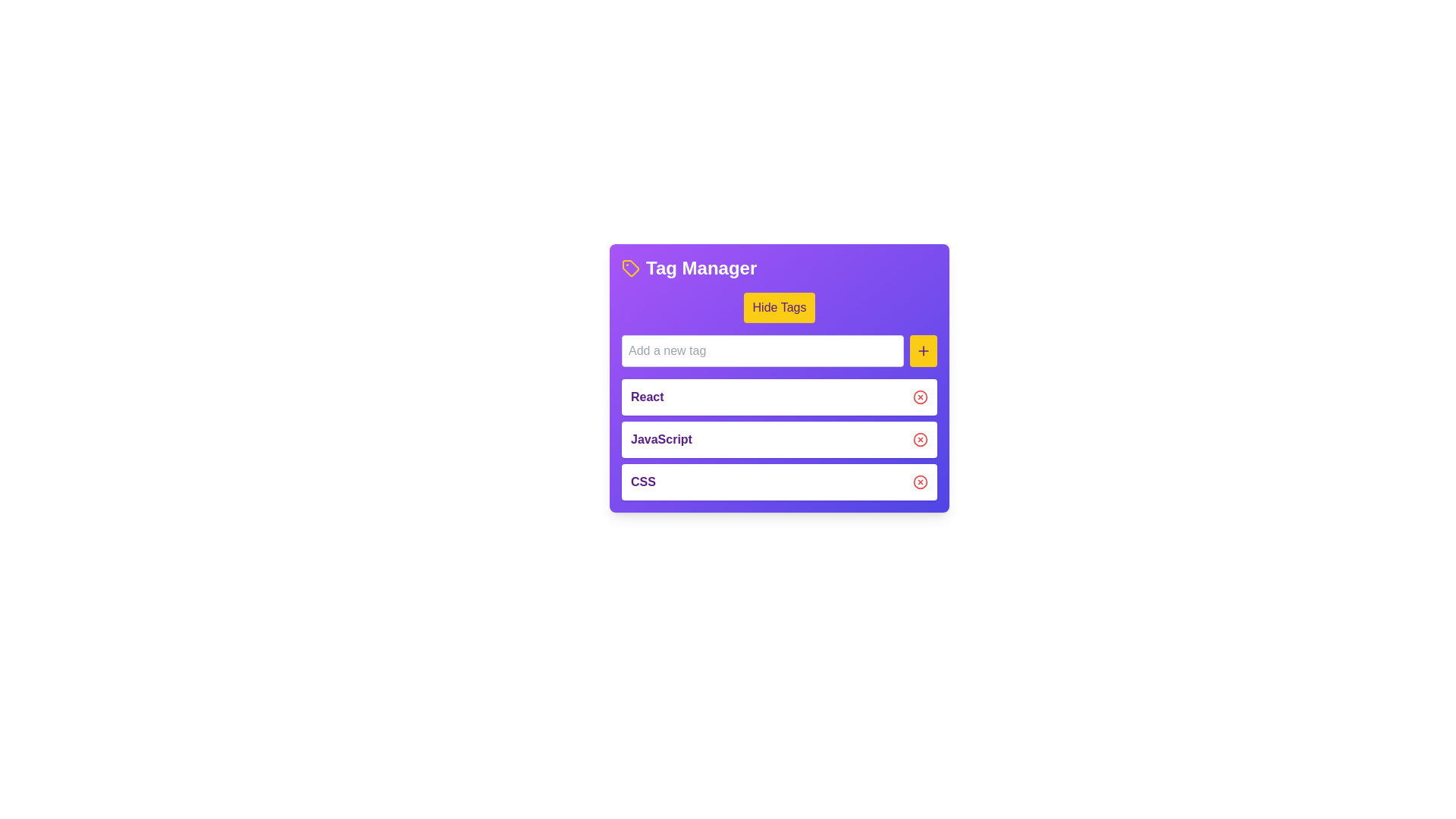  What do you see at coordinates (923, 350) in the screenshot?
I see `the yellow rectangular button with a purple plus icon to observe the hover effect` at bounding box center [923, 350].